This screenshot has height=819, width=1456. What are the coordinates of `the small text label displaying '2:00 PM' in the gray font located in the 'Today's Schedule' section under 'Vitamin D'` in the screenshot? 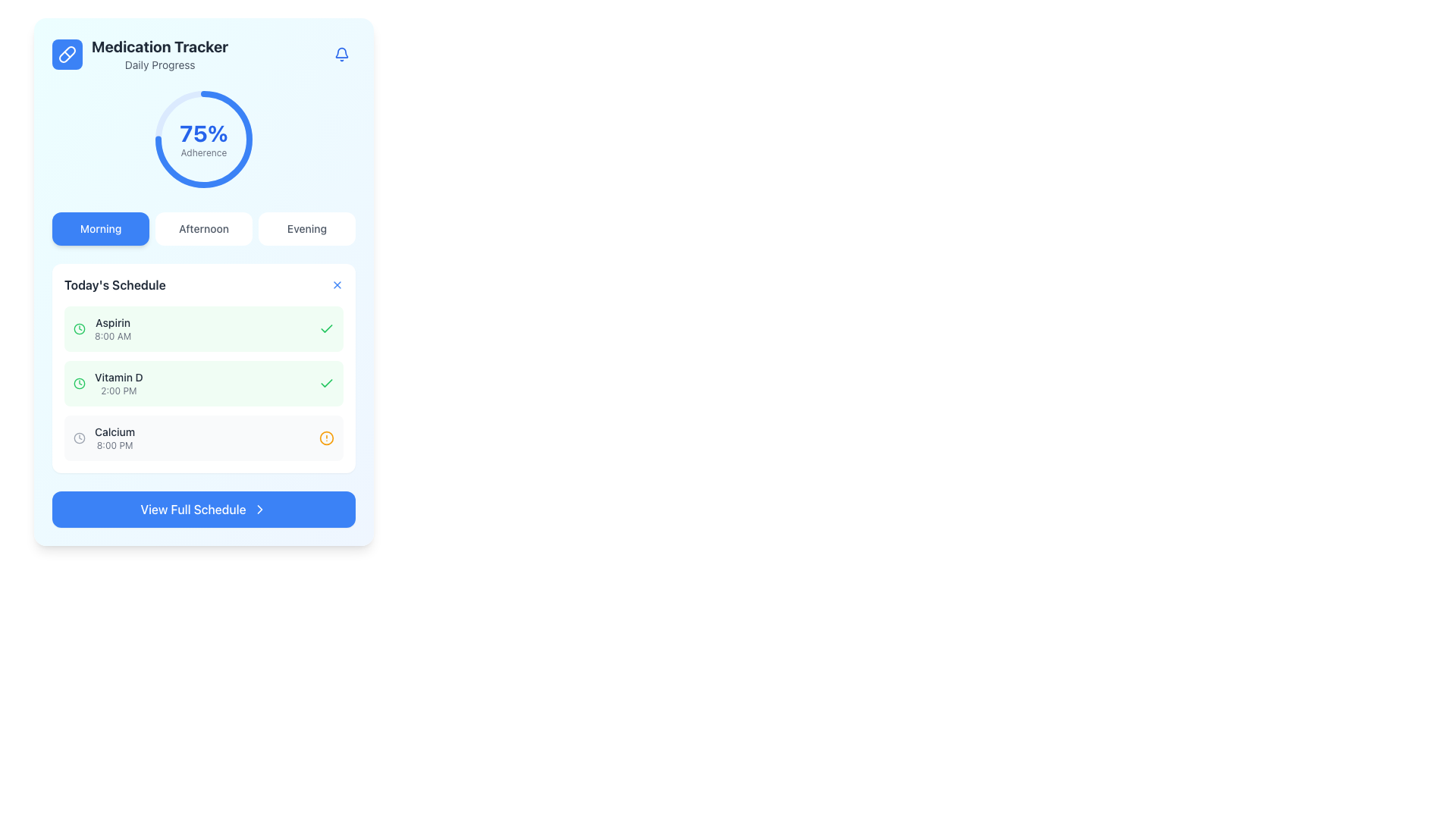 It's located at (118, 391).